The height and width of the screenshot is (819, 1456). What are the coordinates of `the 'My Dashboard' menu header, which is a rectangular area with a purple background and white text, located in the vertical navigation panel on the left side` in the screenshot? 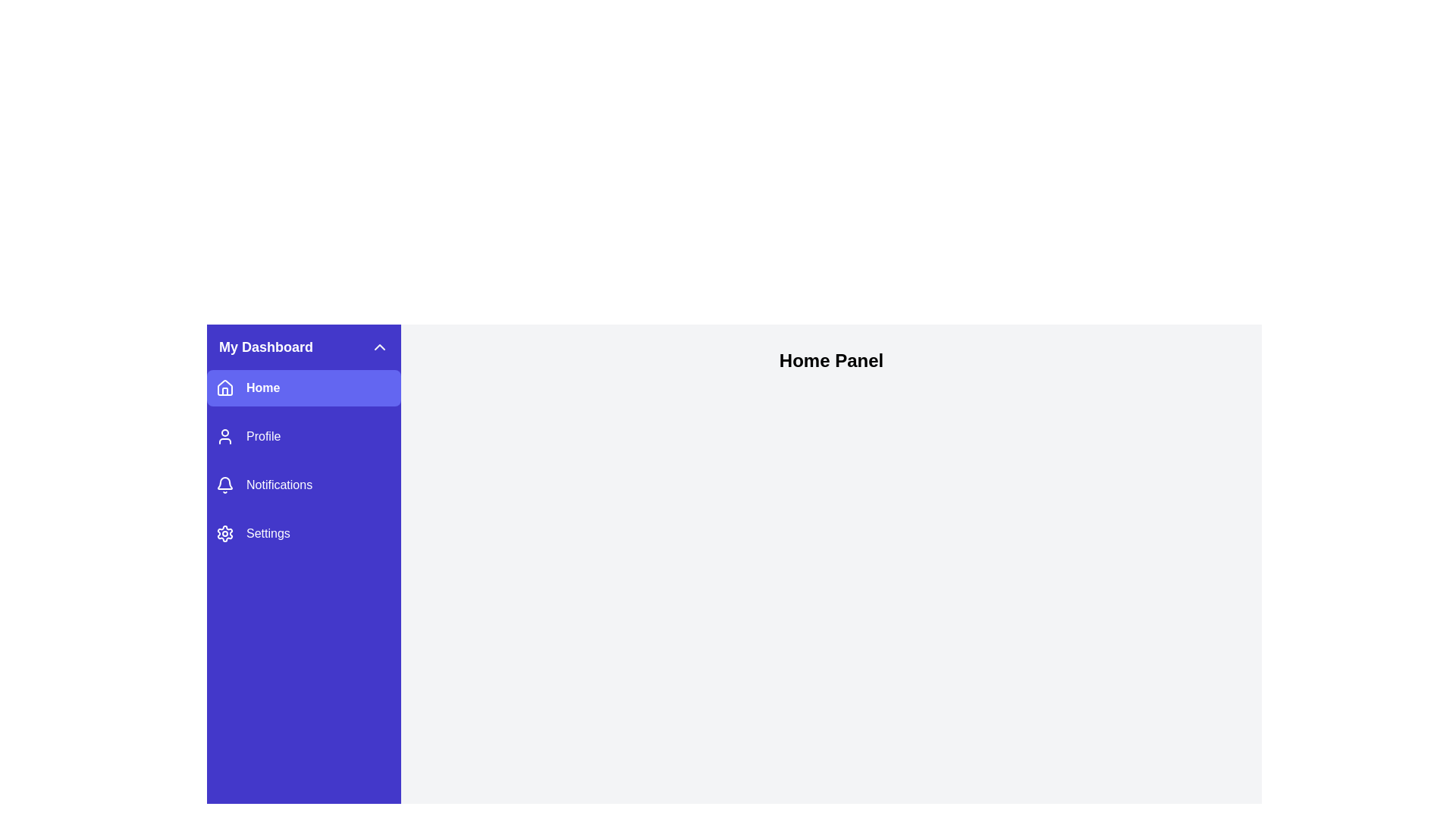 It's located at (303, 347).